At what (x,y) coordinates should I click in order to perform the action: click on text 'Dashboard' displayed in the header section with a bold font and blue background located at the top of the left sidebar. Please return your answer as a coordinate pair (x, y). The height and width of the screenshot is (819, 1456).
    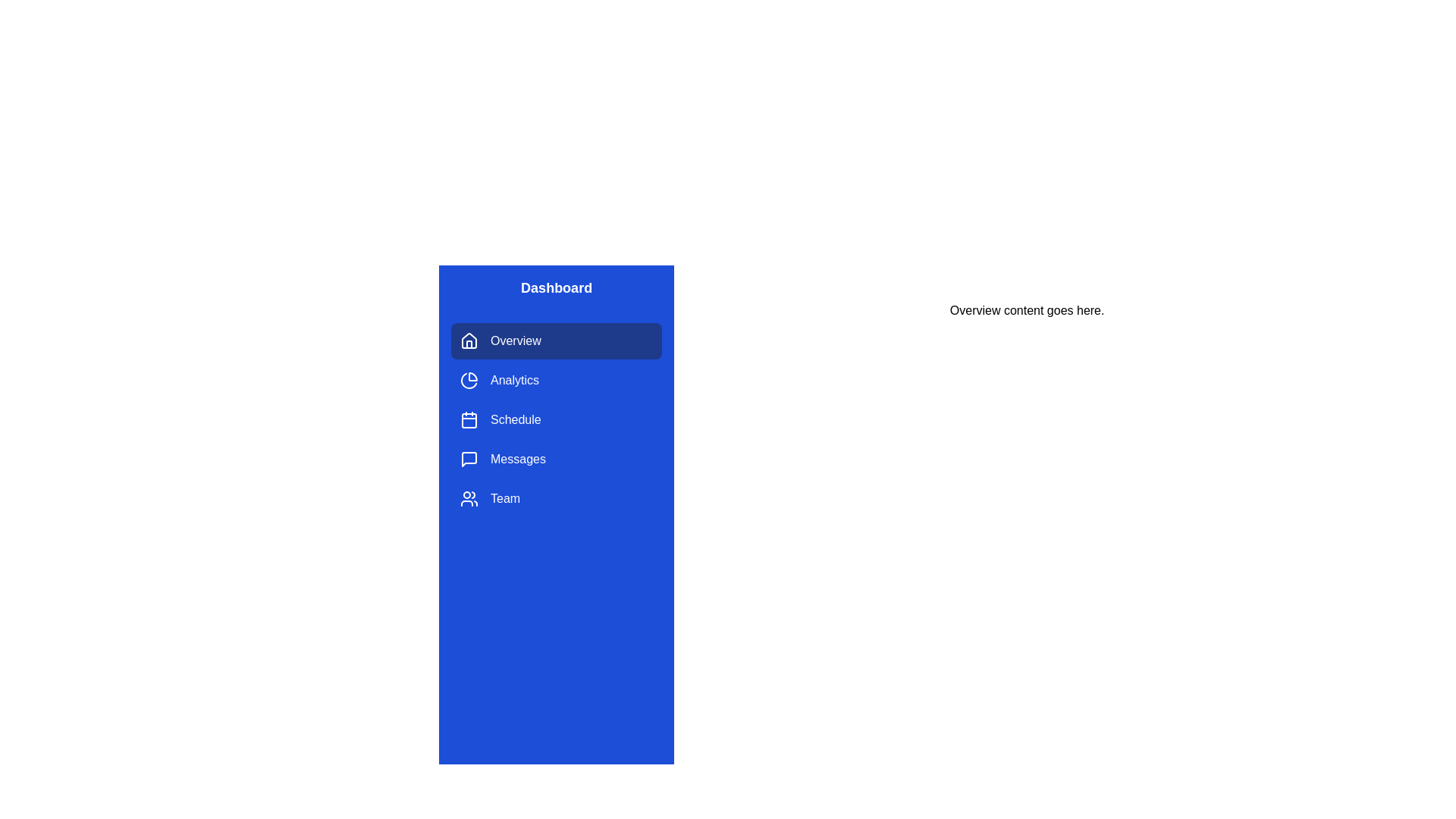
    Looking at the image, I should click on (556, 288).